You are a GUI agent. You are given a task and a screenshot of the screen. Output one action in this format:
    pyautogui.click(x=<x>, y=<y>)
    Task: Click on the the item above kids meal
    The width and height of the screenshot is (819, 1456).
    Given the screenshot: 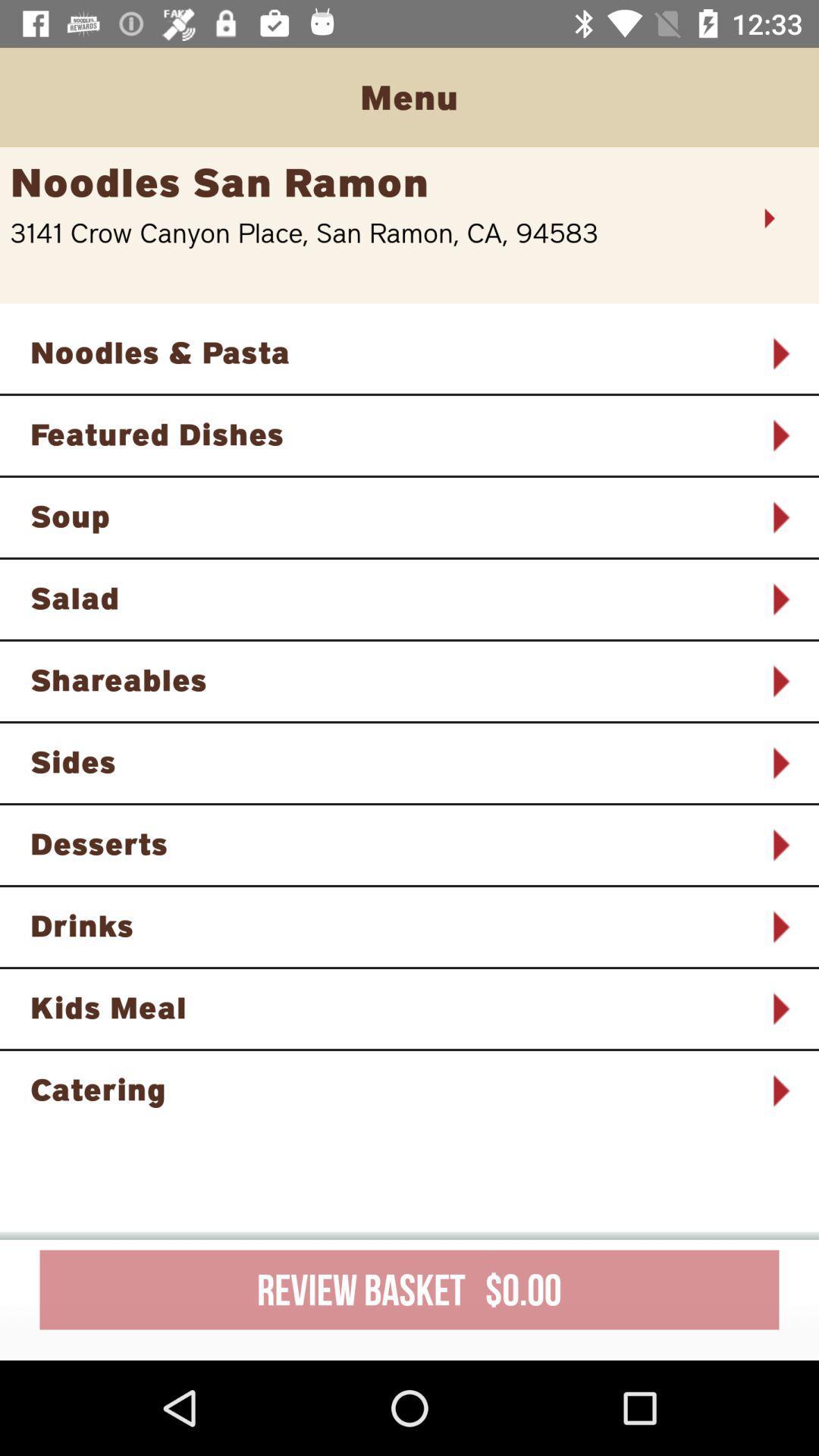 What is the action you would take?
    pyautogui.click(x=389, y=924)
    